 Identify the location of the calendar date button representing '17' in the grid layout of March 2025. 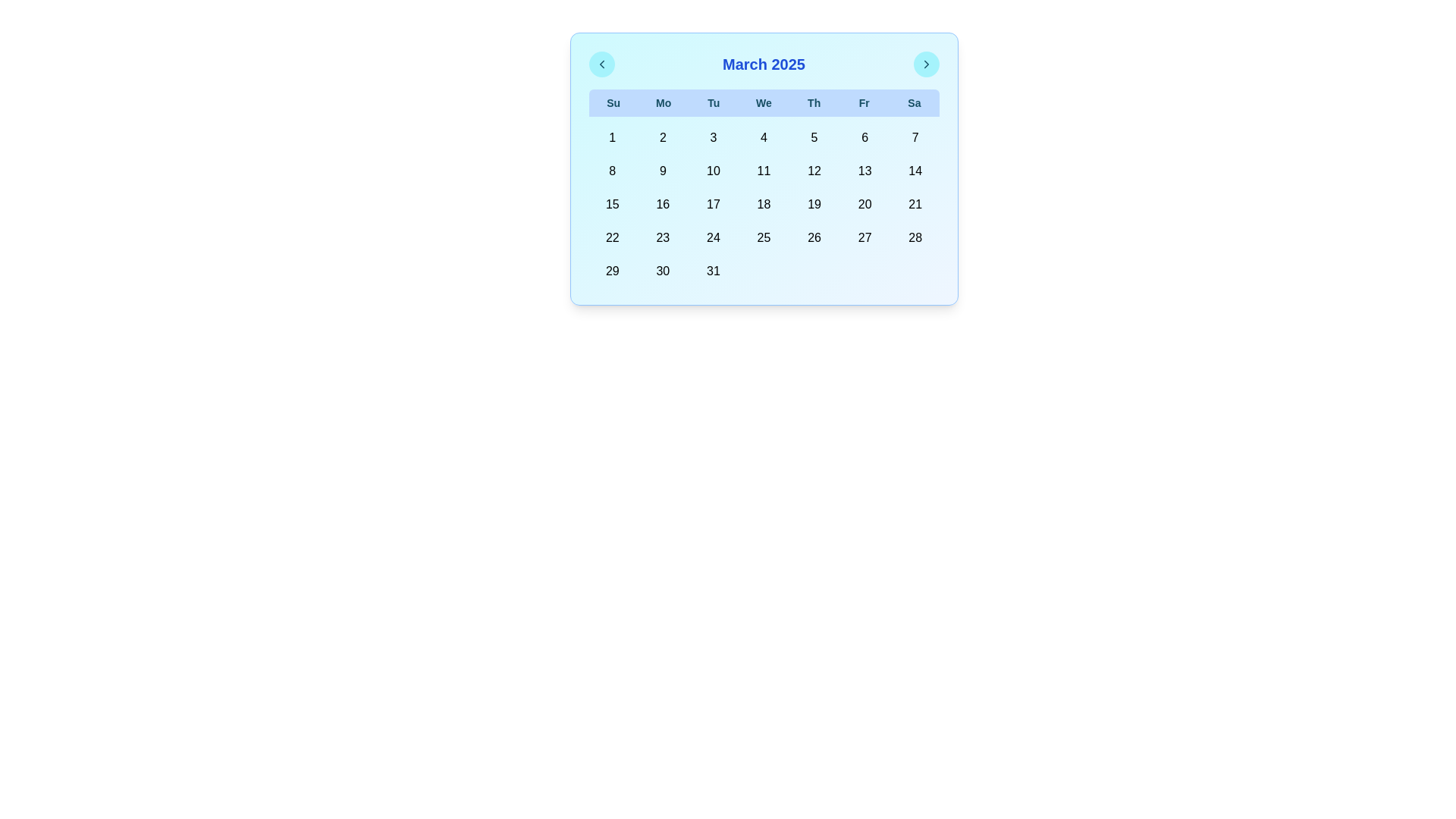
(712, 205).